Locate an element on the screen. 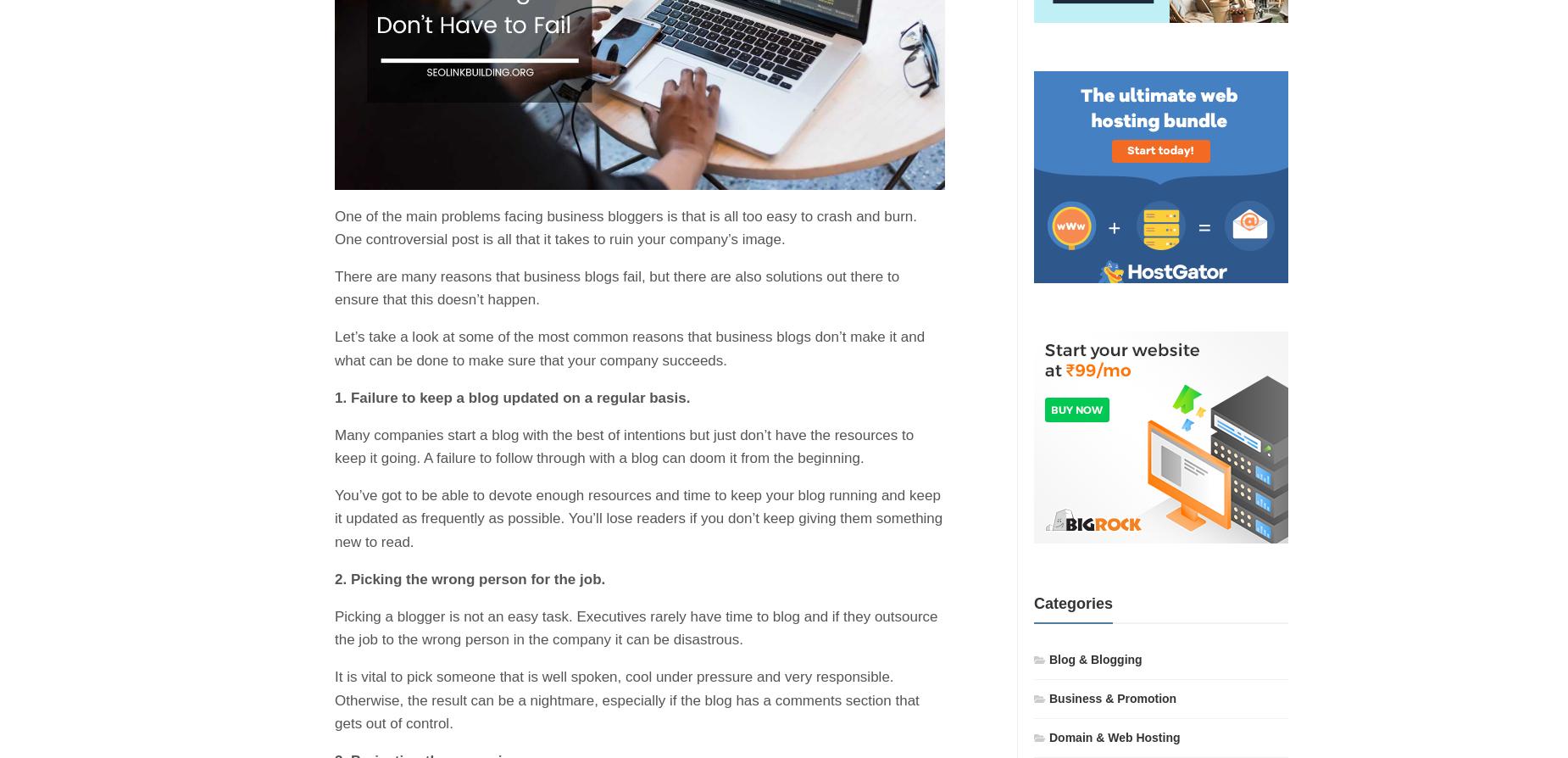 The width and height of the screenshot is (1568, 758). 'Domain & Web Hosting' is located at coordinates (1113, 735).